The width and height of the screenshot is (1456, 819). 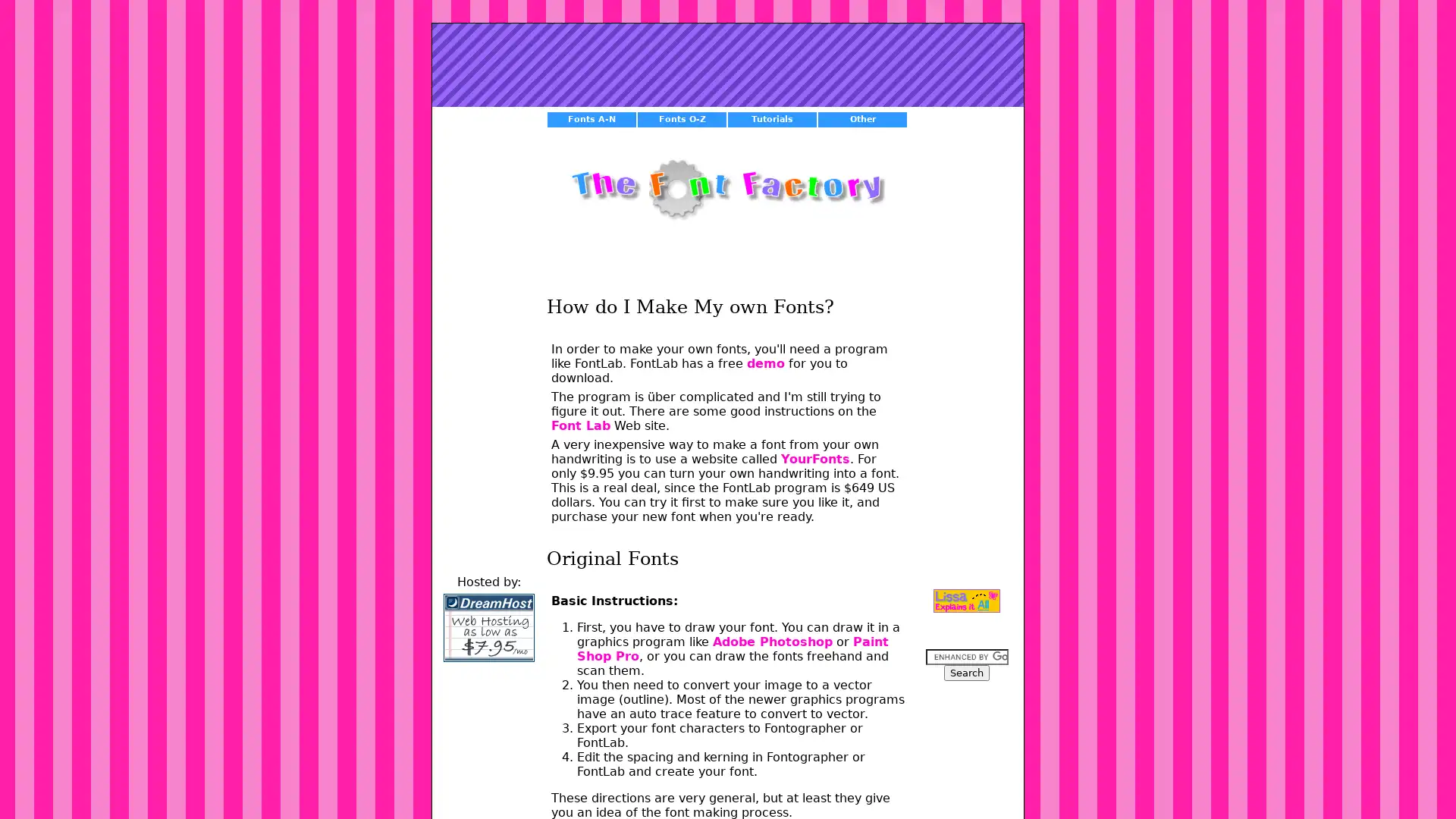 I want to click on Search, so click(x=966, y=672).